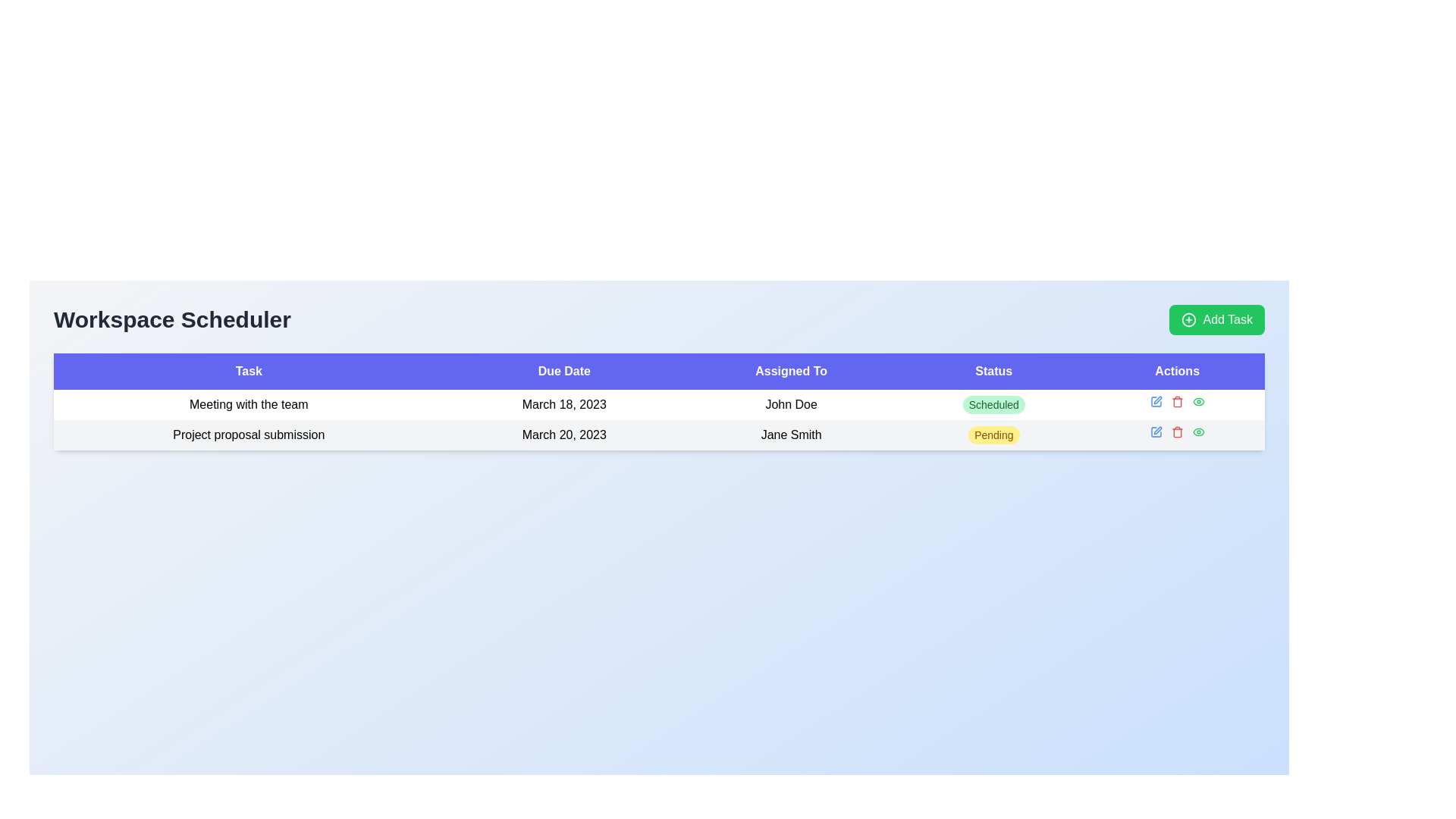  I want to click on the status indicator label that shows 'Scheduled' for the 'Meeting with the team' task, located in the fourth column of the first row, so click(993, 403).